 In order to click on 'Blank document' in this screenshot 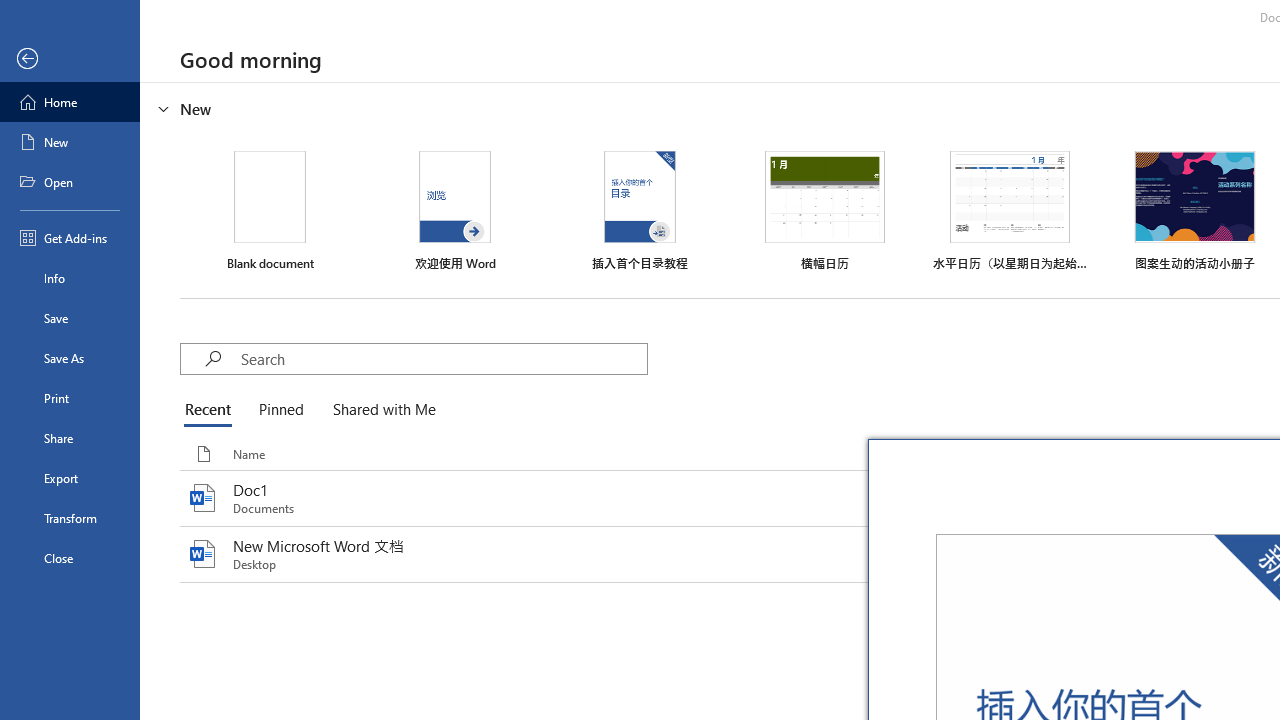, I will do `click(269, 211)`.